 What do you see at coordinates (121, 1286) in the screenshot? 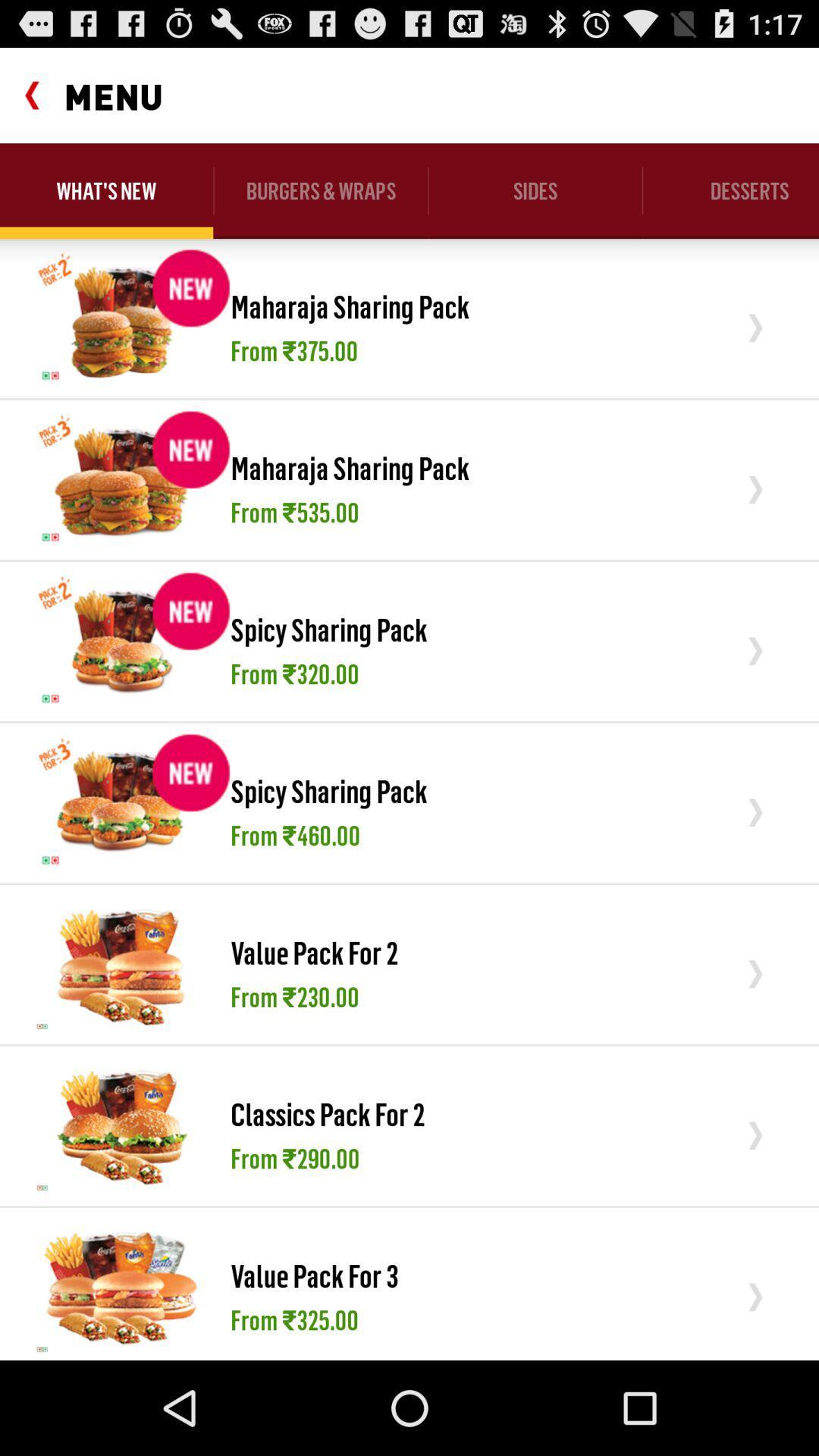
I see `item to the left of the value pack for` at bounding box center [121, 1286].